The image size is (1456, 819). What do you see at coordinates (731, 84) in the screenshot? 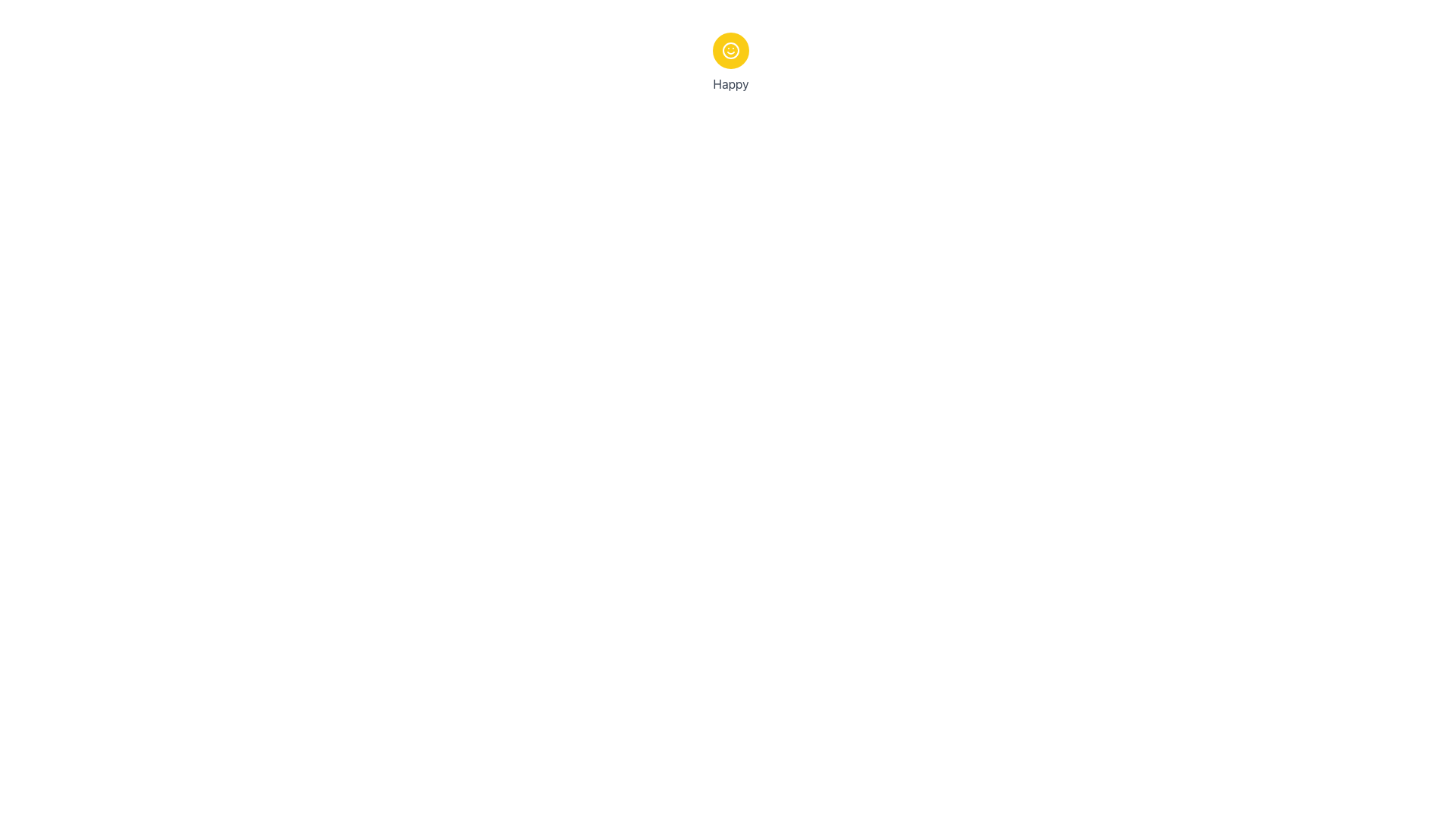
I see `the 'Happy' text label displayed in gray, styled with medium text size, located beneath a yellow circular icon with a smiley face` at bounding box center [731, 84].